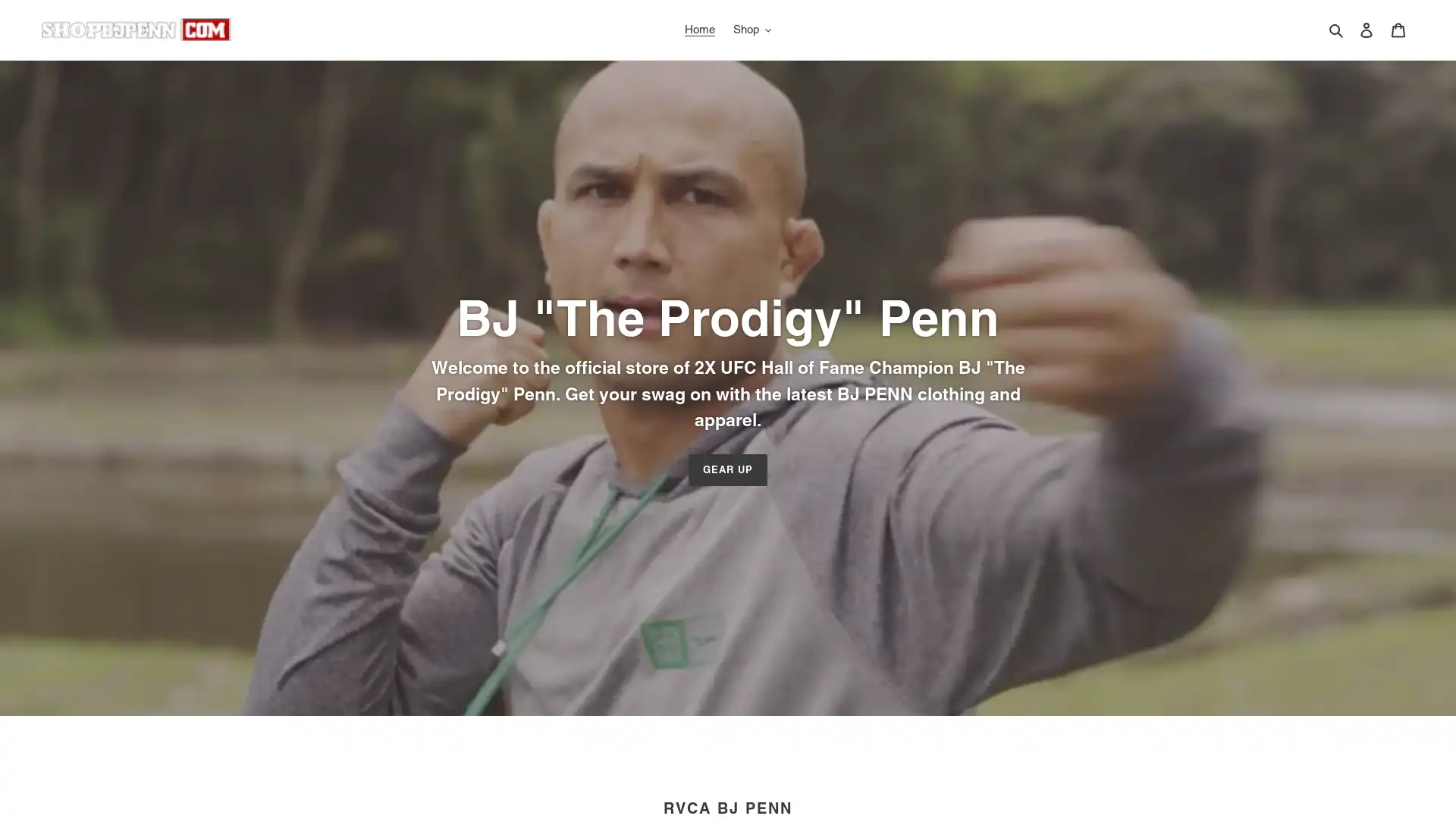  What do you see at coordinates (752, 29) in the screenshot?
I see `Shop` at bounding box center [752, 29].